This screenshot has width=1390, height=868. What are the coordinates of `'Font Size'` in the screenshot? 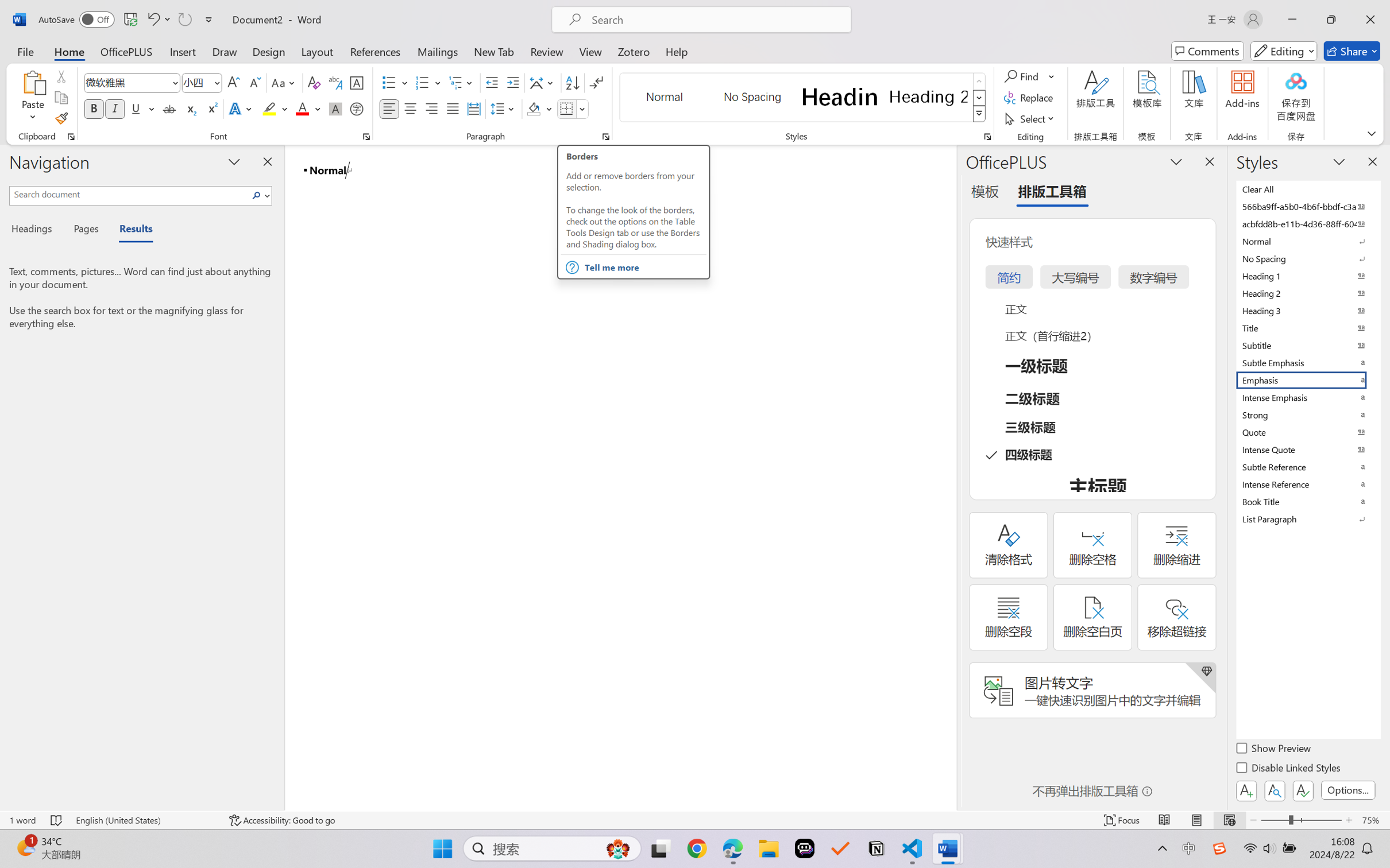 It's located at (202, 83).